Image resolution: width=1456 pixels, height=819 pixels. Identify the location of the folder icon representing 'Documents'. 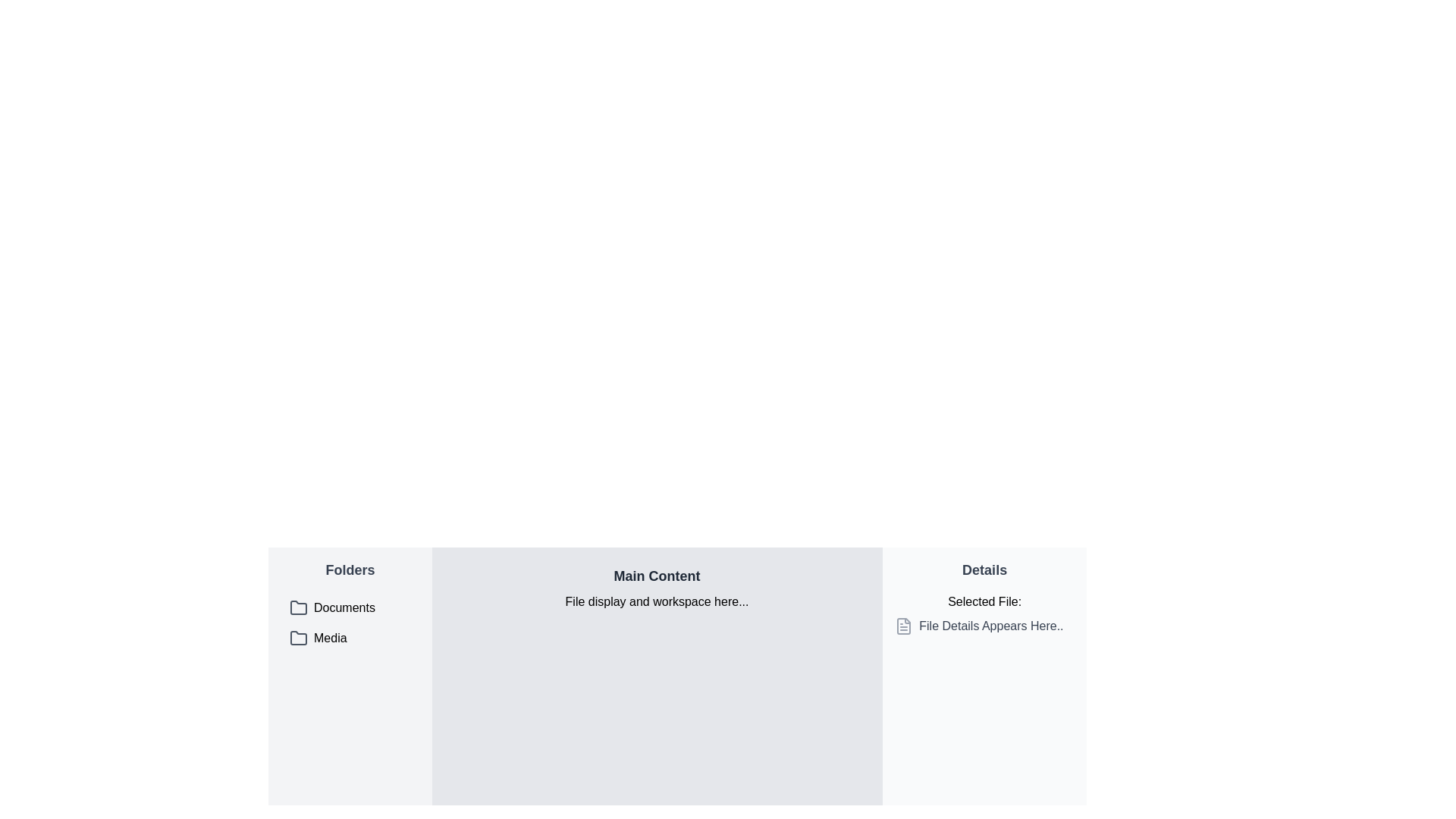
(298, 607).